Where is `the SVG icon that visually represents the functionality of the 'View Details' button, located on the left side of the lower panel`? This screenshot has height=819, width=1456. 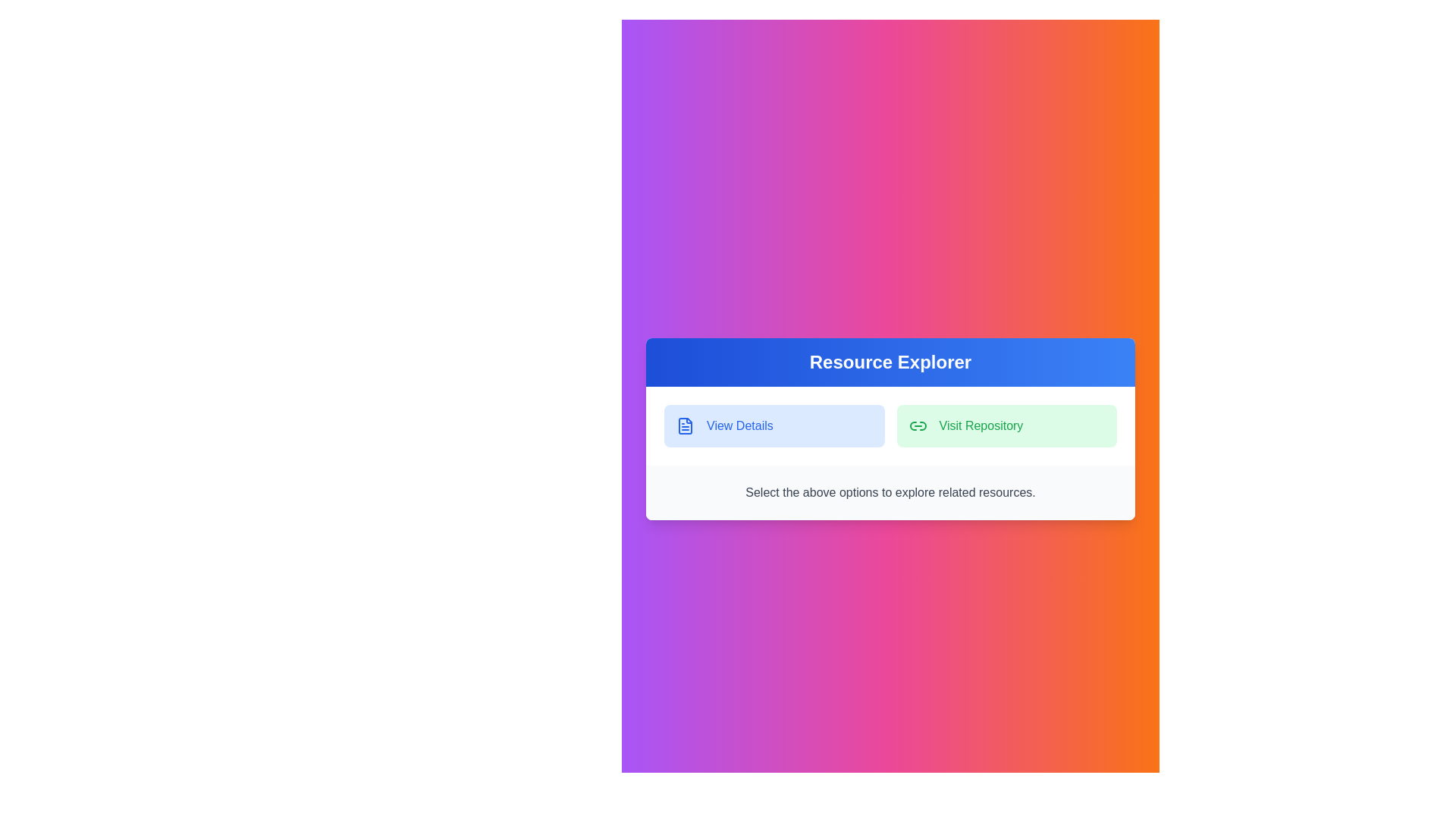
the SVG icon that visually represents the functionality of the 'View Details' button, located on the left side of the lower panel is located at coordinates (684, 426).